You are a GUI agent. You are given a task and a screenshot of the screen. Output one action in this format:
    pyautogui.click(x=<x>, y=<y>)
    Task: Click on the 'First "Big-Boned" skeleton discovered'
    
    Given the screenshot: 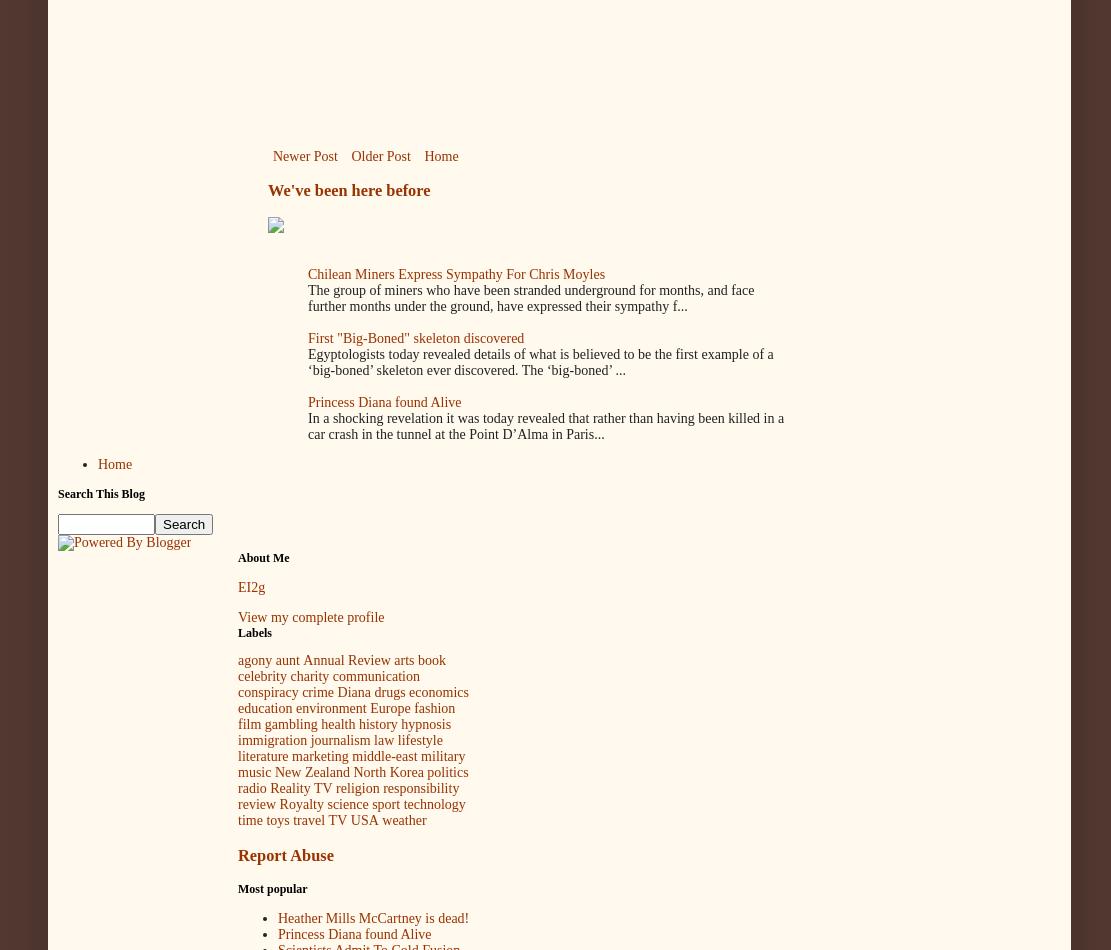 What is the action you would take?
    pyautogui.click(x=415, y=337)
    